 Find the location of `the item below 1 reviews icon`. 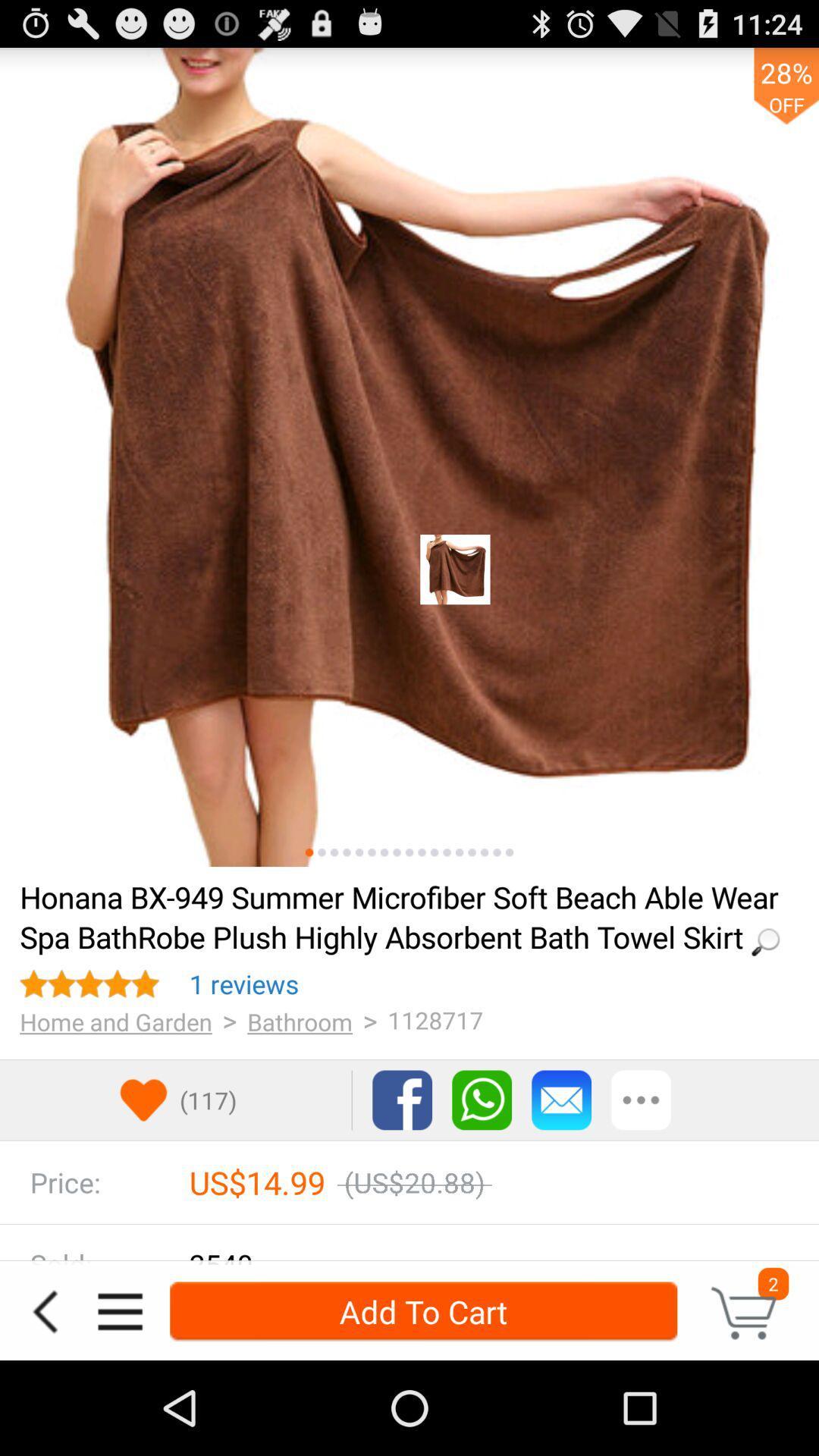

the item below 1 reviews icon is located at coordinates (115, 1021).